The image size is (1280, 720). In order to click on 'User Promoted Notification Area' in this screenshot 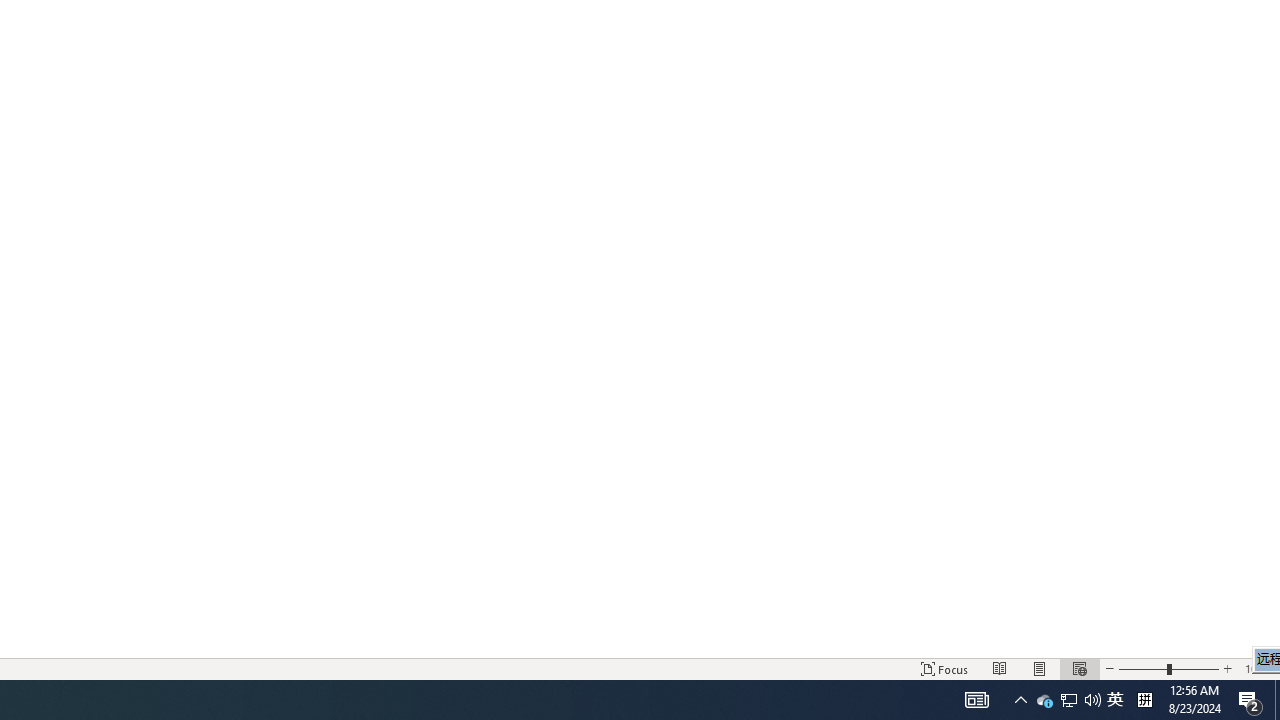, I will do `click(1068, 698)`.